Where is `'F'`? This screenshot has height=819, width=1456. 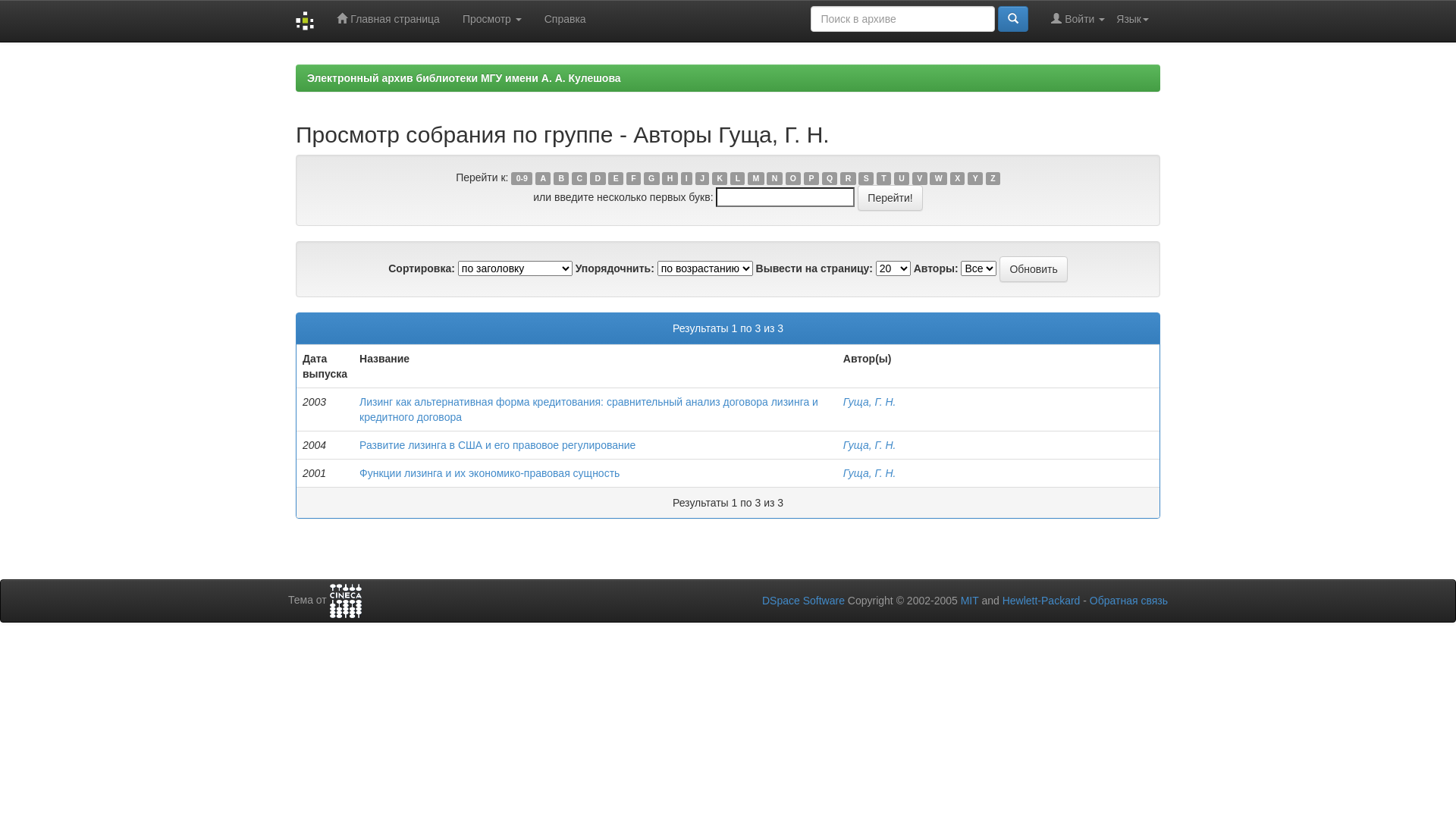 'F' is located at coordinates (626, 177).